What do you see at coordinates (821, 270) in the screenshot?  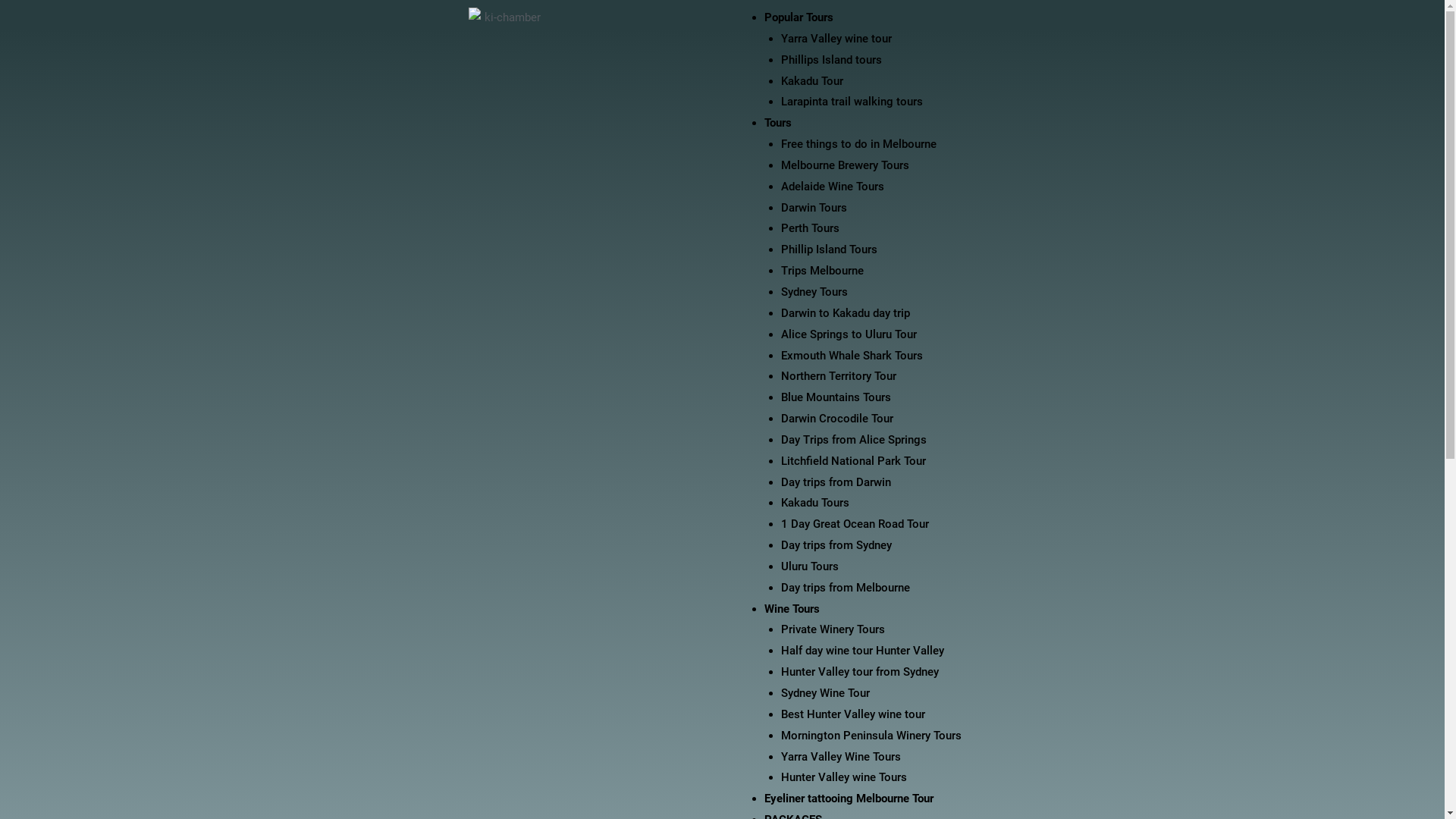 I see `'Trips Melbourne'` at bounding box center [821, 270].